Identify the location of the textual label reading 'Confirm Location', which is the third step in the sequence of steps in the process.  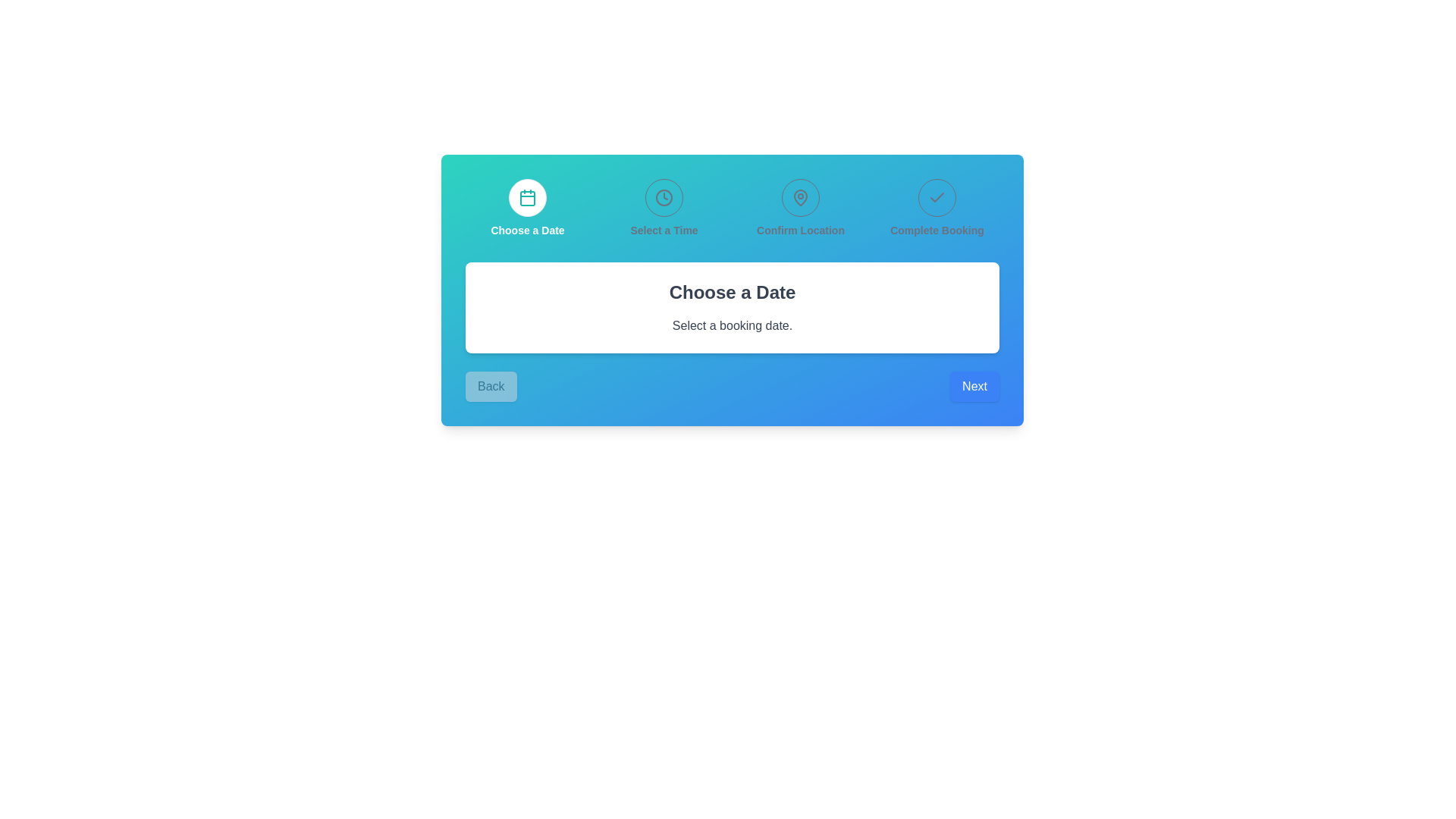
(800, 231).